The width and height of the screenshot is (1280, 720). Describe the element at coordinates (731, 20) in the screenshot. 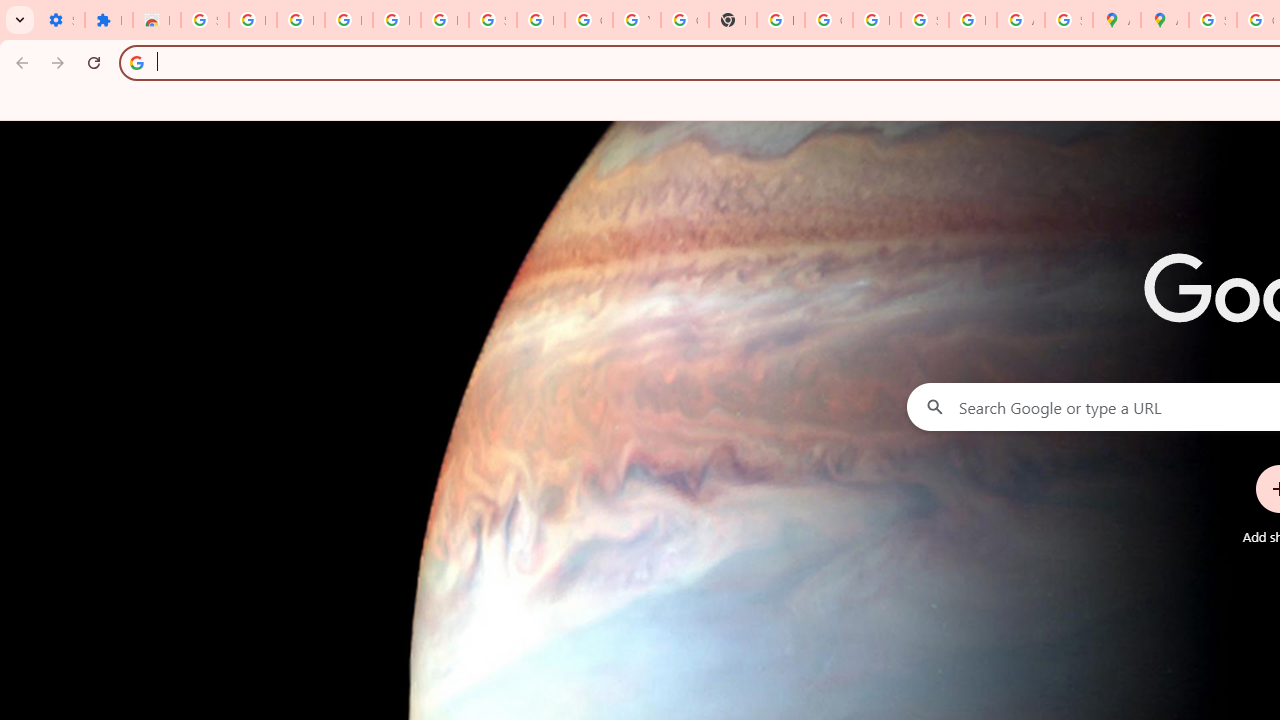

I see `'New Tab'` at that location.